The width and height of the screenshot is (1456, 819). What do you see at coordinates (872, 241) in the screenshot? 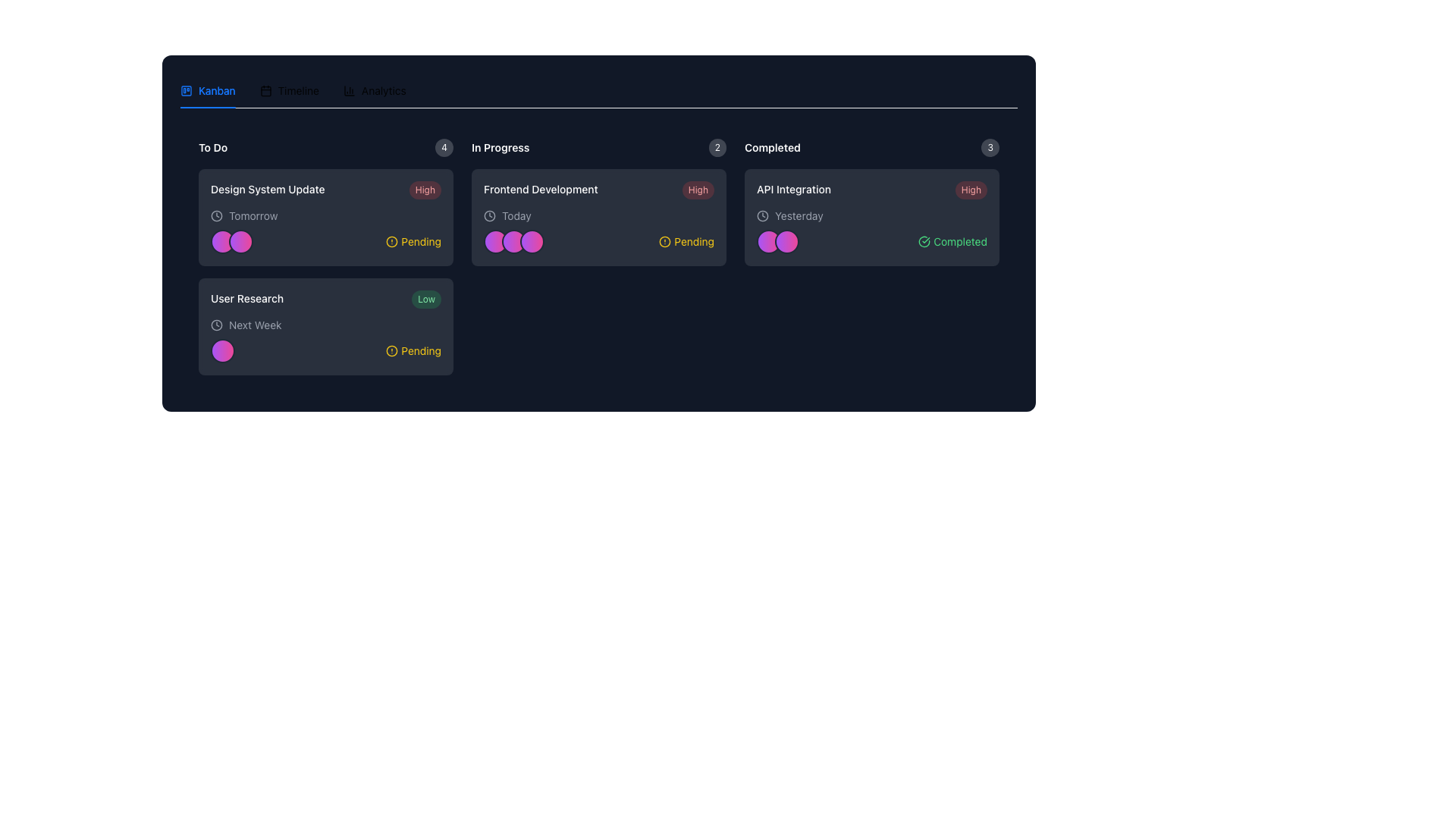
I see `the status indicated by the 'Completed' text and green checkmark icon in the Status indicator component within the 'API Integration' card` at bounding box center [872, 241].